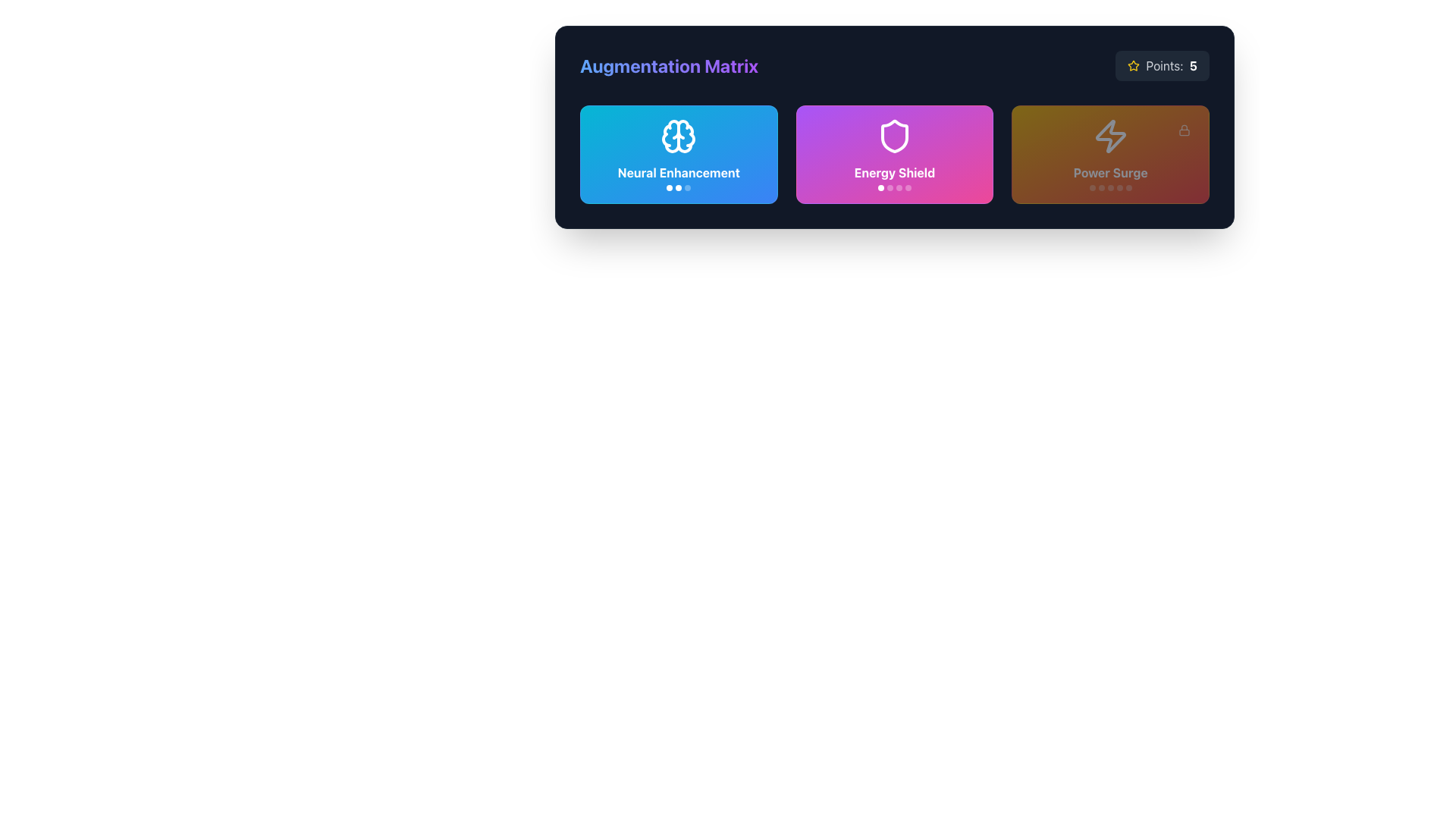 This screenshot has height=819, width=1456. What do you see at coordinates (895, 187) in the screenshot?
I see `the progress indicator consisting of four circular indicators, with the first filled solid white and the others translucent, located beneath the 'Energy Shield' title` at bounding box center [895, 187].